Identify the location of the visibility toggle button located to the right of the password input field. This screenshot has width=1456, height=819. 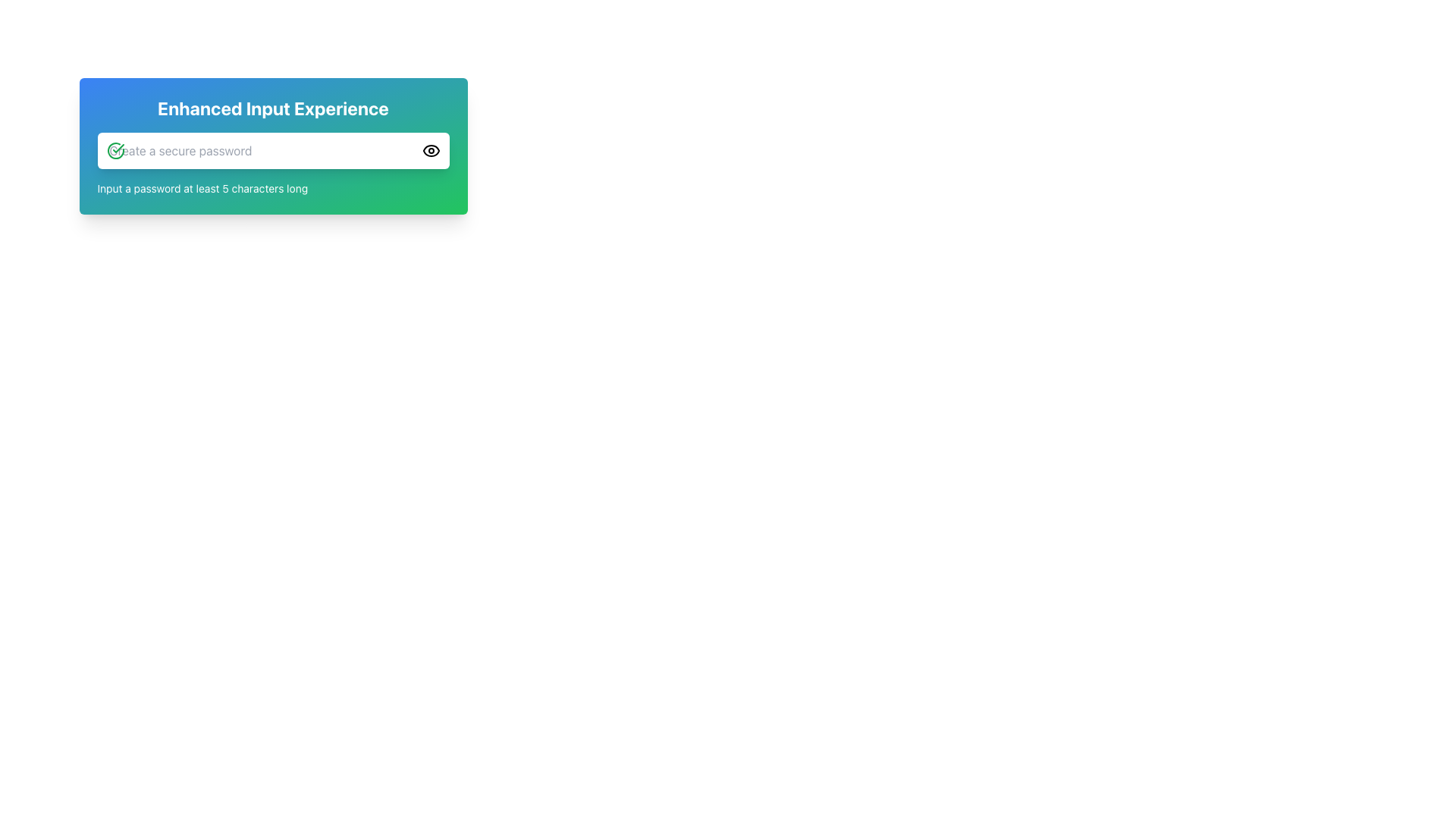
(430, 151).